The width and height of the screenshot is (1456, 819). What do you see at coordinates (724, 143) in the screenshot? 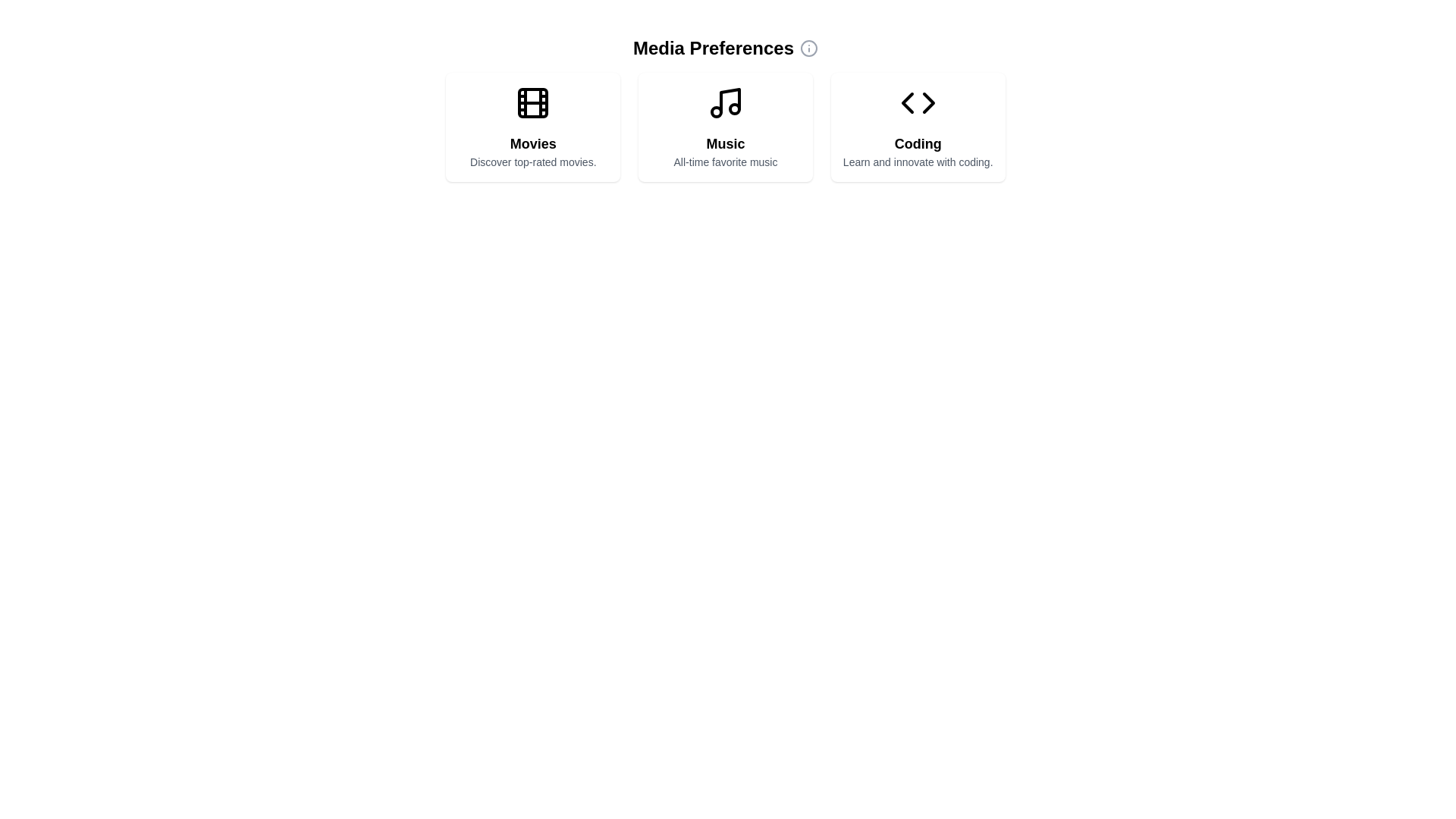
I see `label 'Music' displayed prominently in bold, large font at the center of the card` at bounding box center [724, 143].